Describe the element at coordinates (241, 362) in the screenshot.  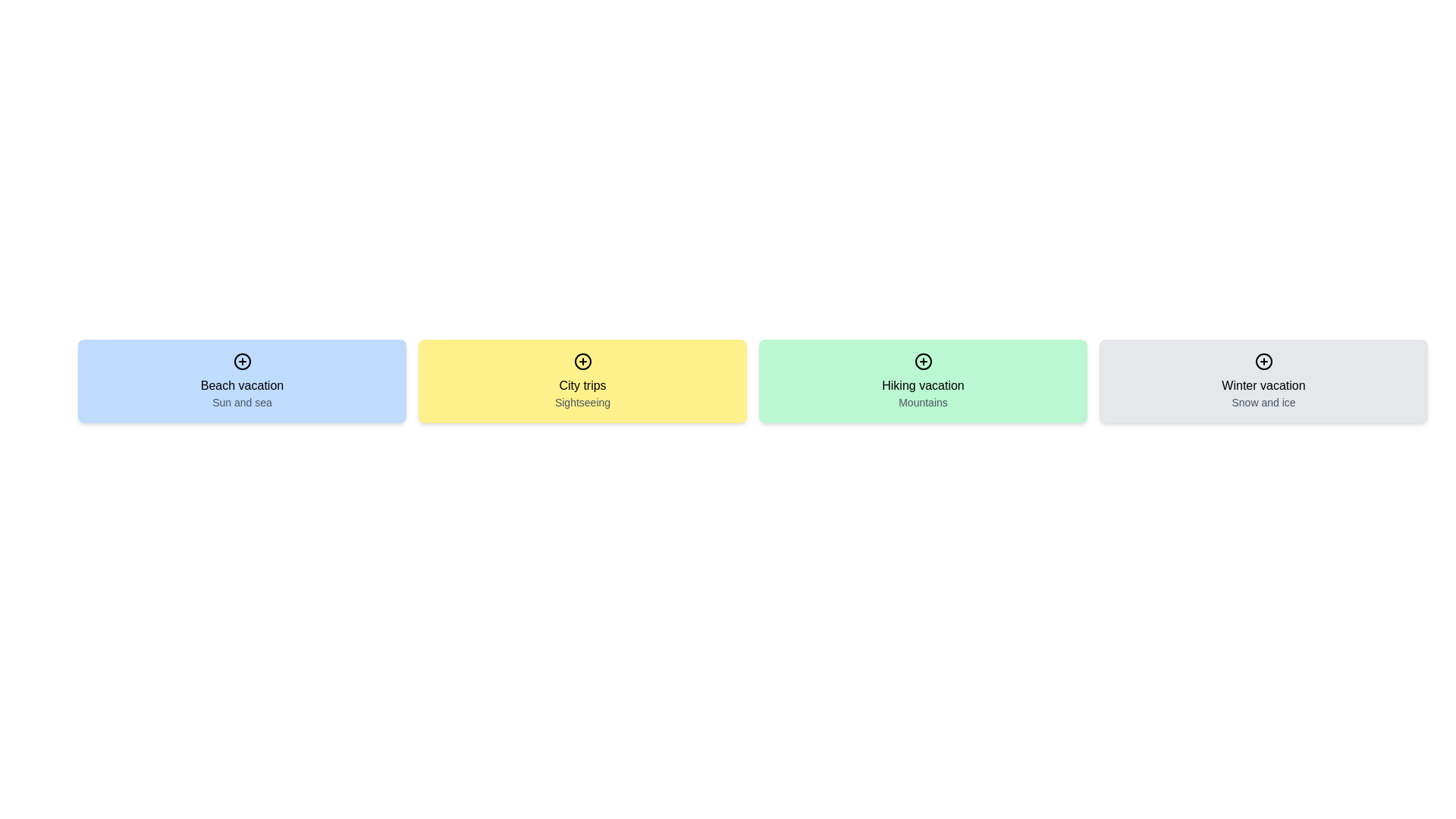
I see `the circular icon with a '+' sign located at the center of the blue card labeled 'Beach vacation'` at that location.